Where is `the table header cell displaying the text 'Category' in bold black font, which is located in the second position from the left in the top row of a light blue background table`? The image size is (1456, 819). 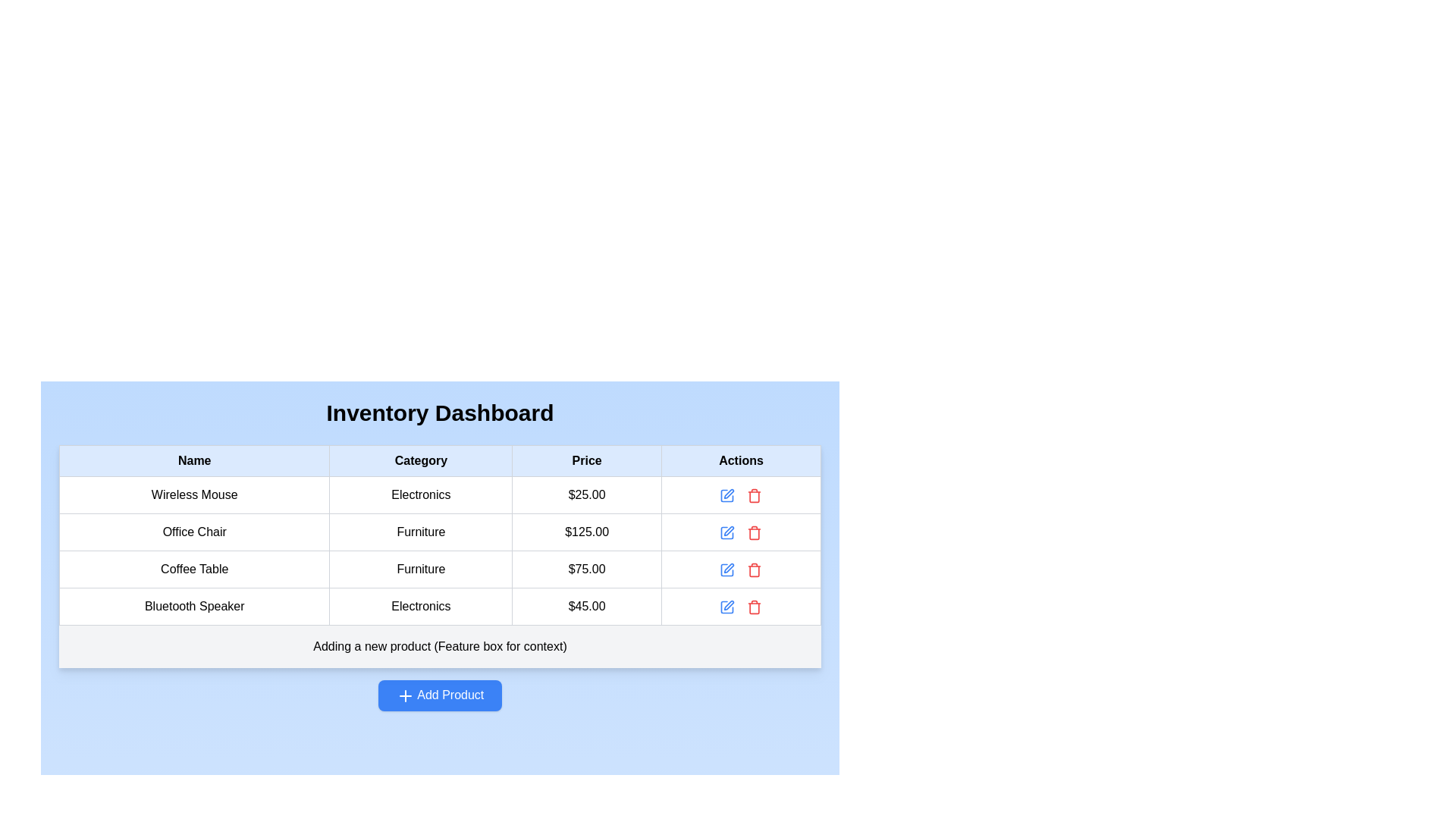 the table header cell displaying the text 'Category' in bold black font, which is located in the second position from the left in the top row of a light blue background table is located at coordinates (421, 460).